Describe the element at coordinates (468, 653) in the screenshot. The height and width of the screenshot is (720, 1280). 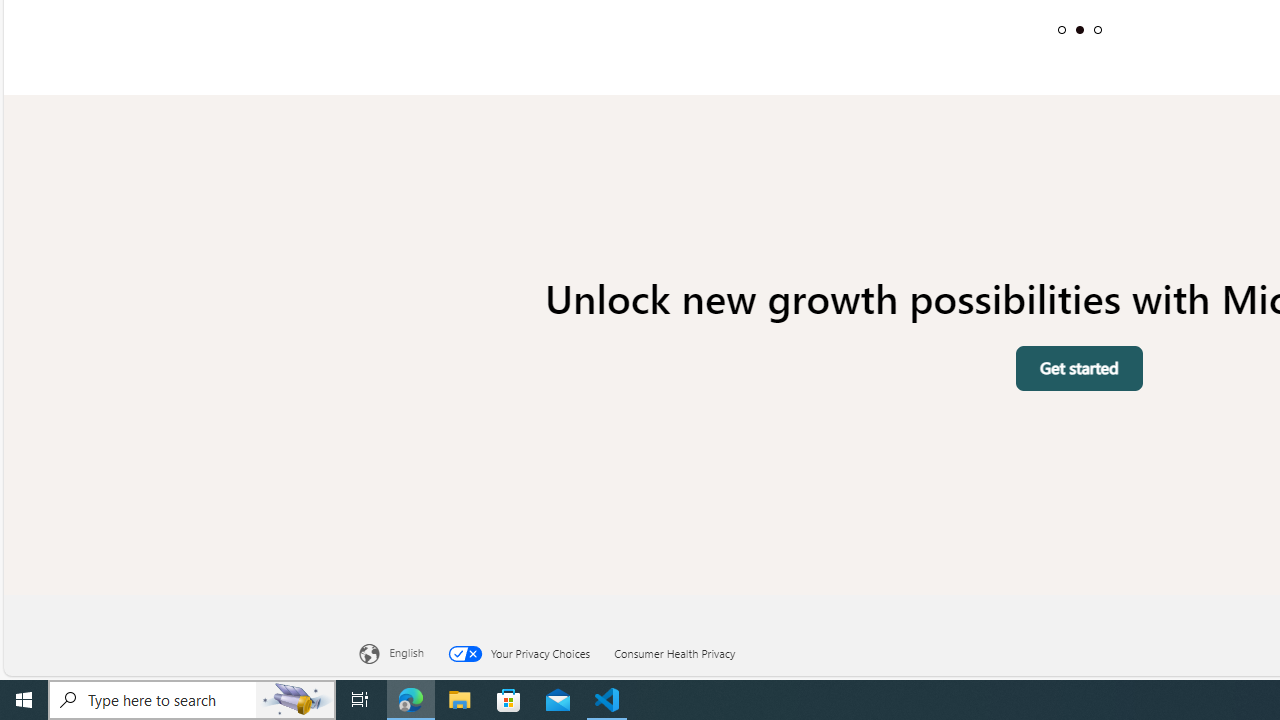
I see `'Your Privacy Choices Opt-Out Icon'` at that location.